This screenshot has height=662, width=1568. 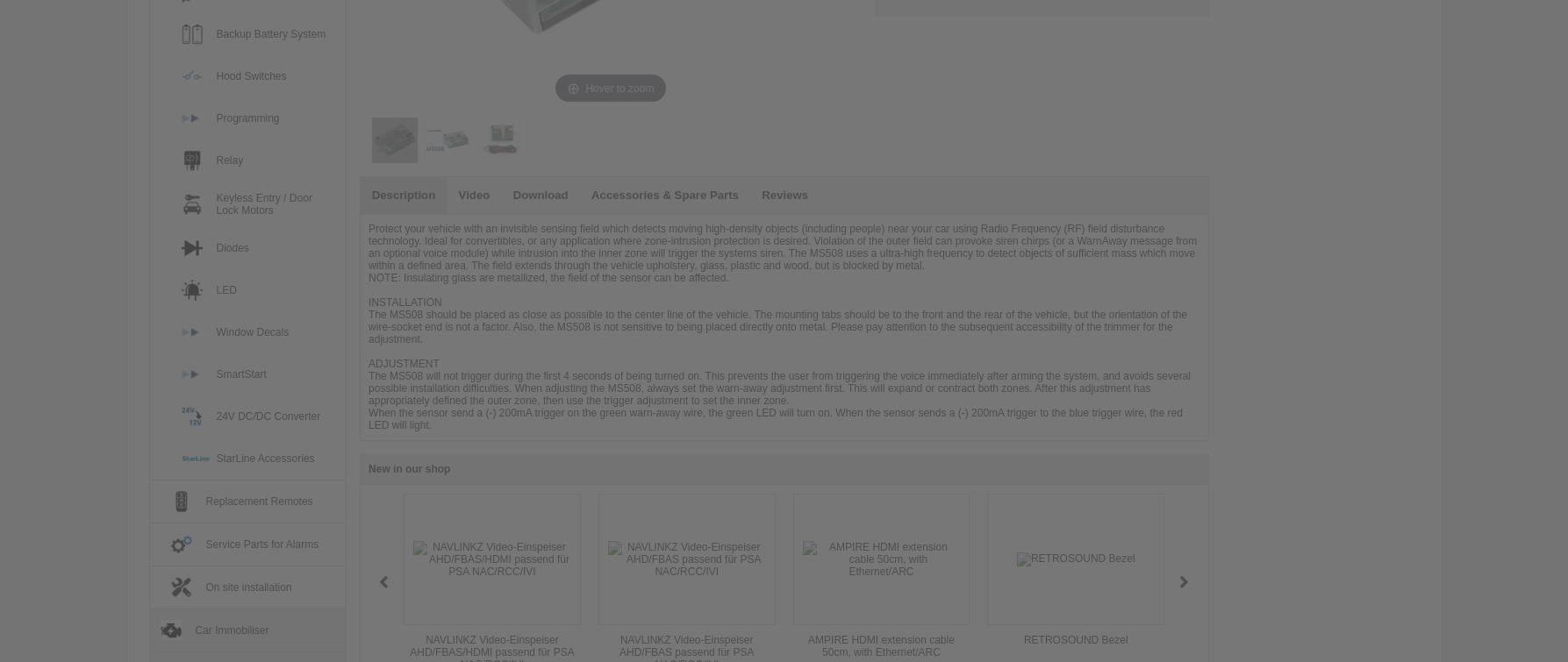 I want to click on 'Description', so click(x=403, y=195).